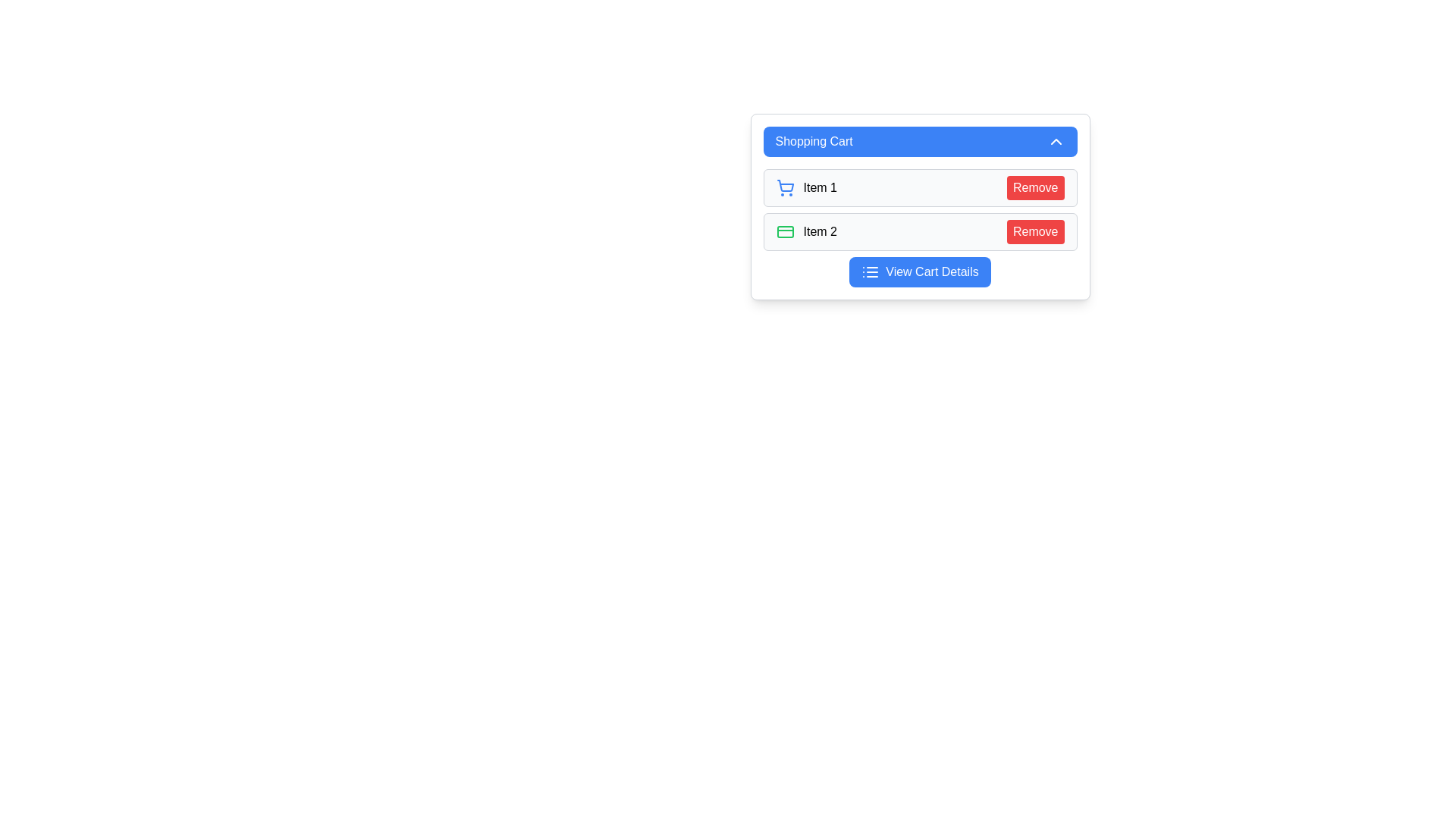 This screenshot has height=819, width=1456. I want to click on the shopping cart icon with a blue outline located next to the label 'Item 1' in the top-left corner of the content area, so click(785, 185).